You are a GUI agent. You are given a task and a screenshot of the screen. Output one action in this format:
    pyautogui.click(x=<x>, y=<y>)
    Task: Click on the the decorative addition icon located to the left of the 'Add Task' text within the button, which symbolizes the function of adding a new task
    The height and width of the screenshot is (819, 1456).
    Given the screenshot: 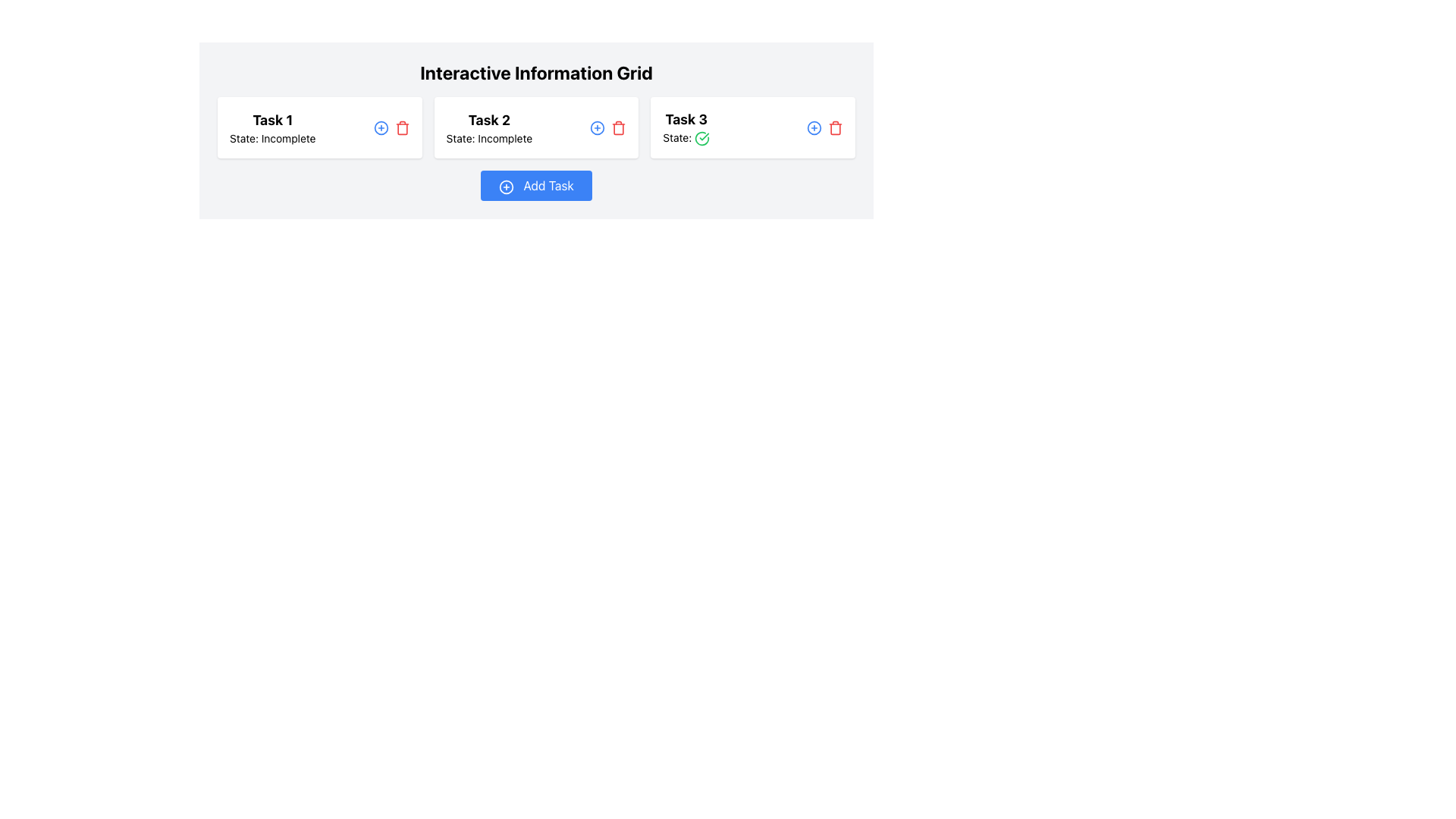 What is the action you would take?
    pyautogui.click(x=507, y=187)
    